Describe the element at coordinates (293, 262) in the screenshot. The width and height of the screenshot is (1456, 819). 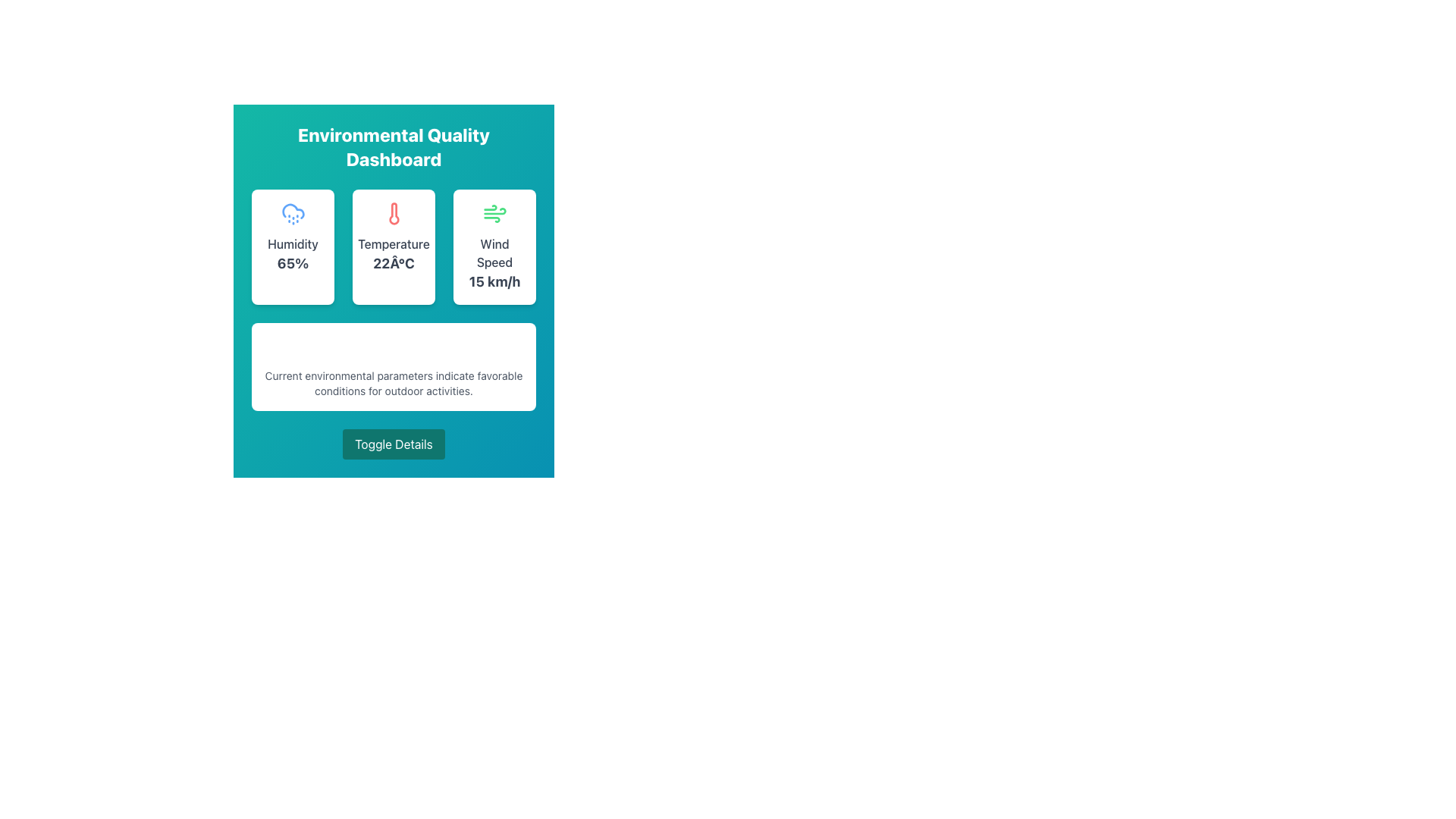
I see `bold text label displaying '65%' located below the 'Humidity' label and associated with the cloud icon` at that location.